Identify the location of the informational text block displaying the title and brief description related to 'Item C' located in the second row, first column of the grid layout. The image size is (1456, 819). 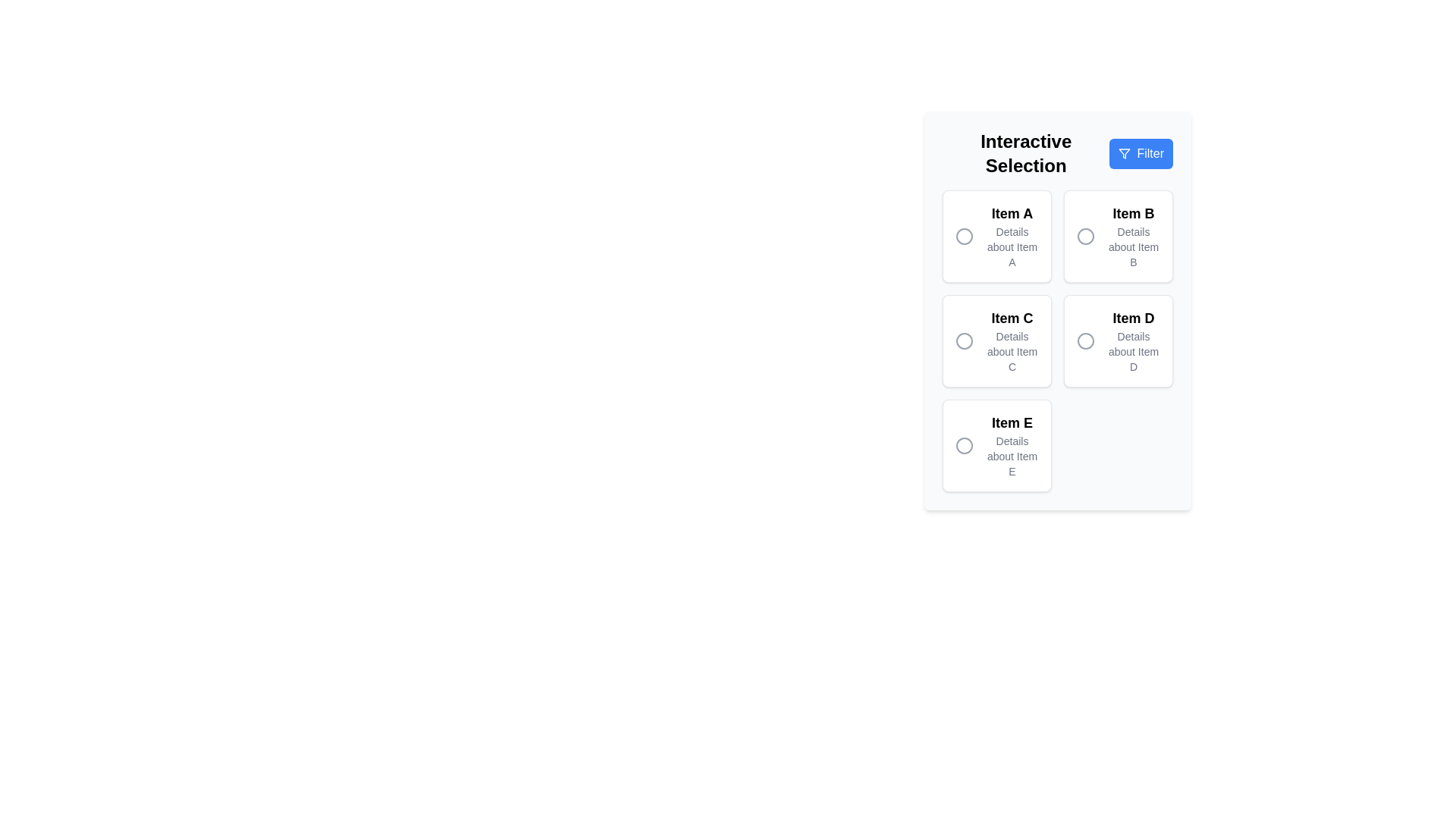
(1012, 341).